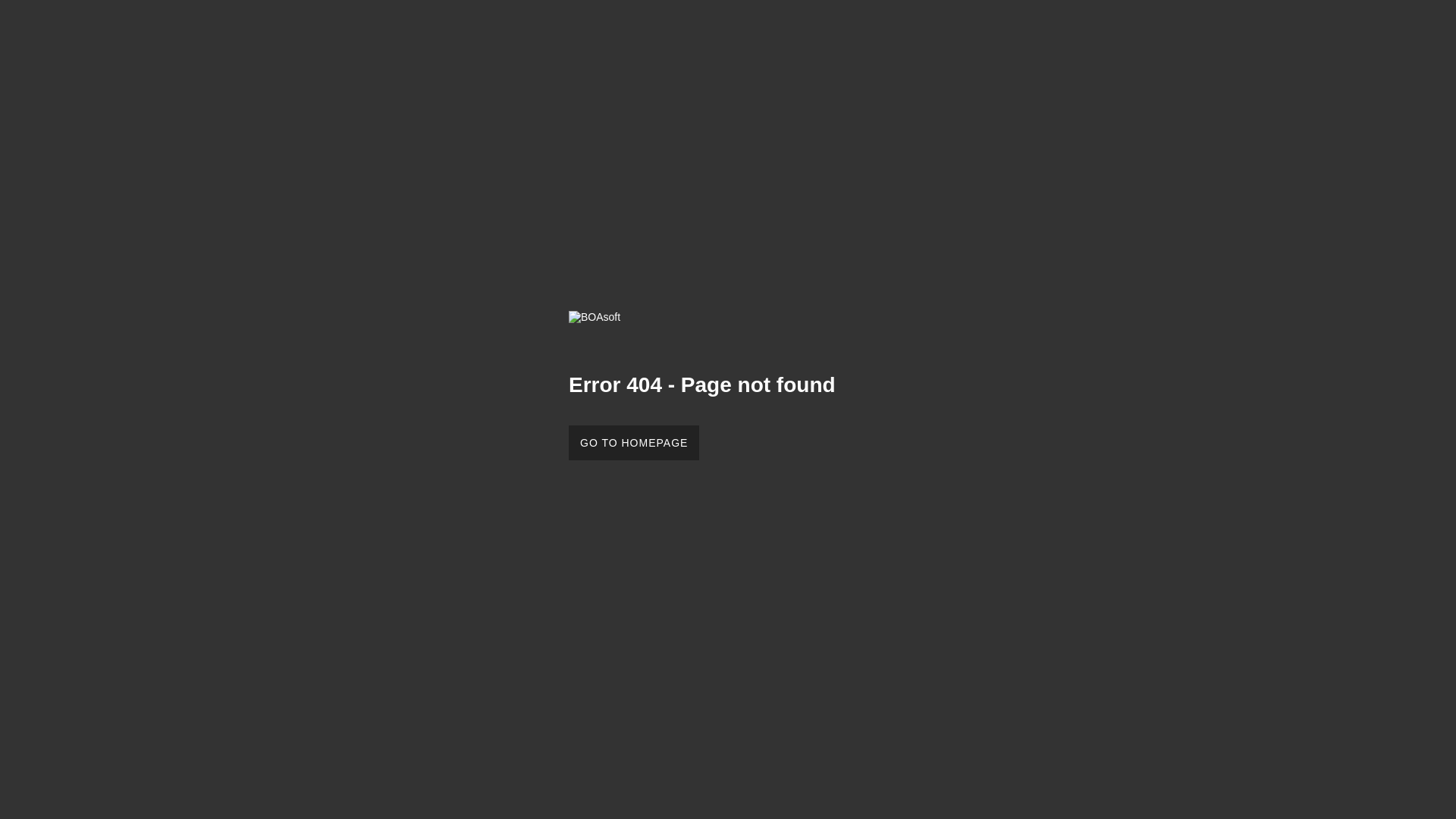 This screenshot has height=819, width=1456. I want to click on 'GO TO HOMEPAGE', so click(567, 442).